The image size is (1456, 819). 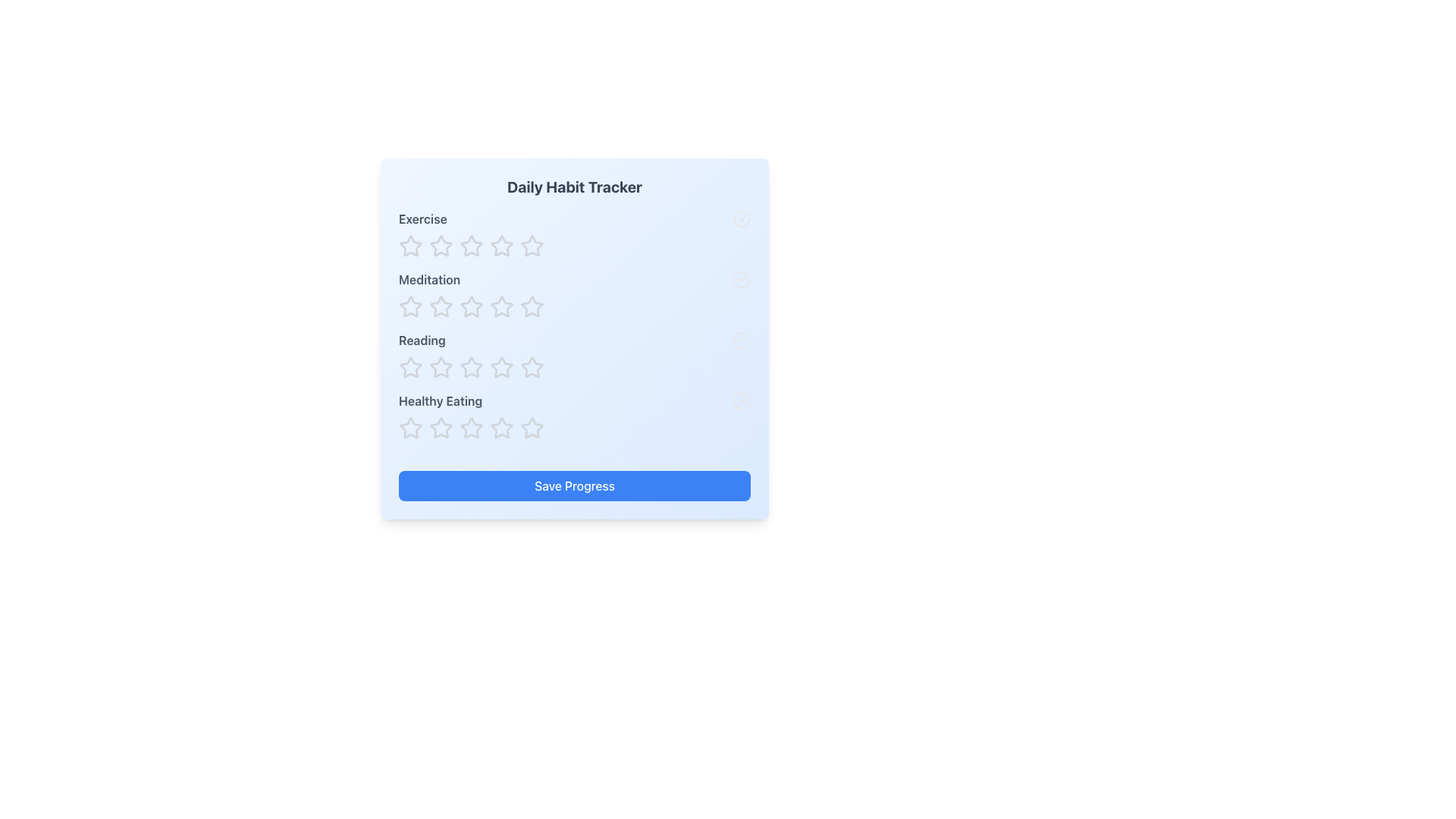 What do you see at coordinates (411, 306) in the screenshot?
I see `the second star icon in the five-star rating system associated with the 'Meditation' activity to assign the rating` at bounding box center [411, 306].